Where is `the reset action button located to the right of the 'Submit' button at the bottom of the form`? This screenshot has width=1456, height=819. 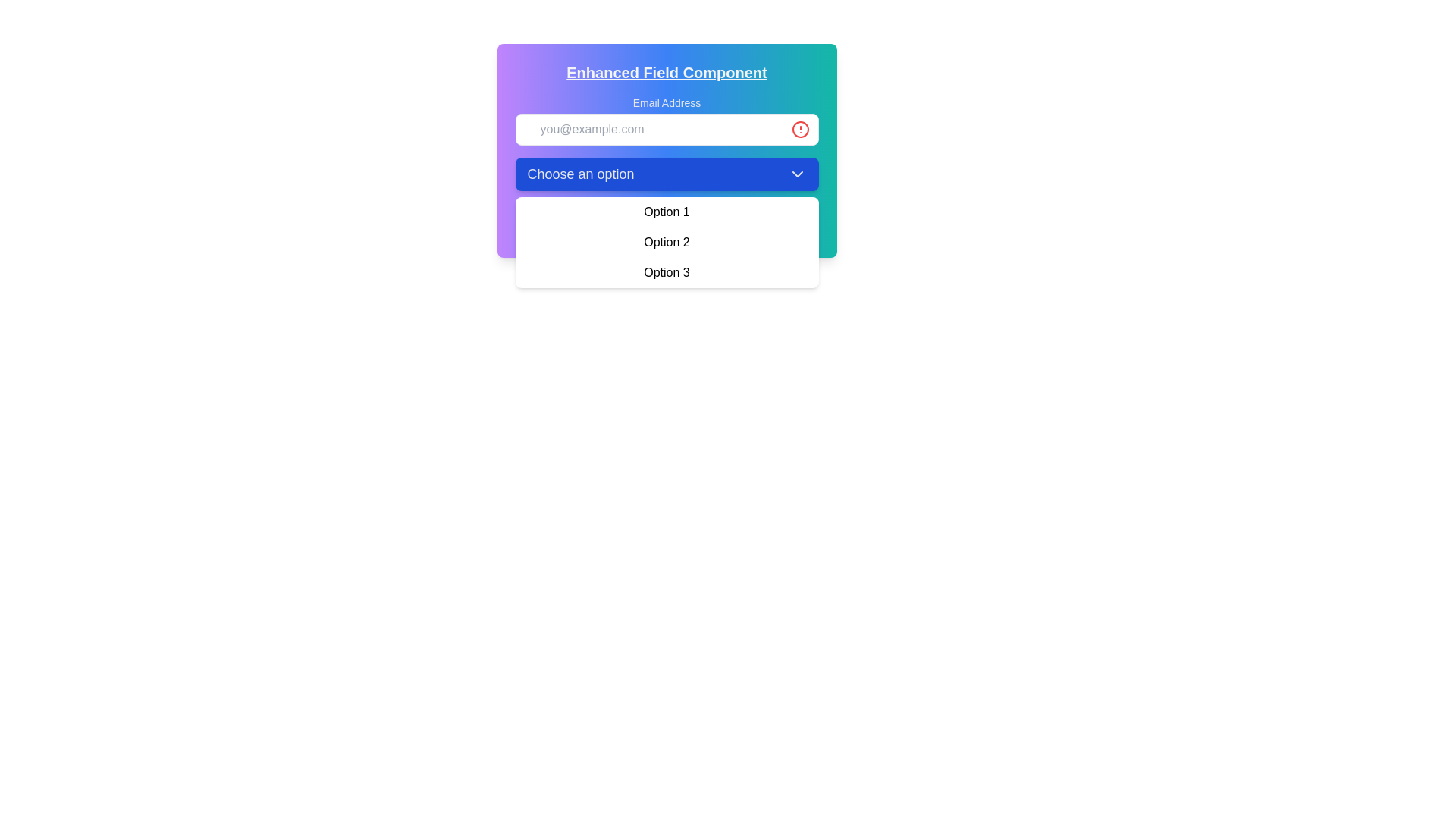
the reset action button located to the right of the 'Submit' button at the bottom of the form is located at coordinates (703, 224).